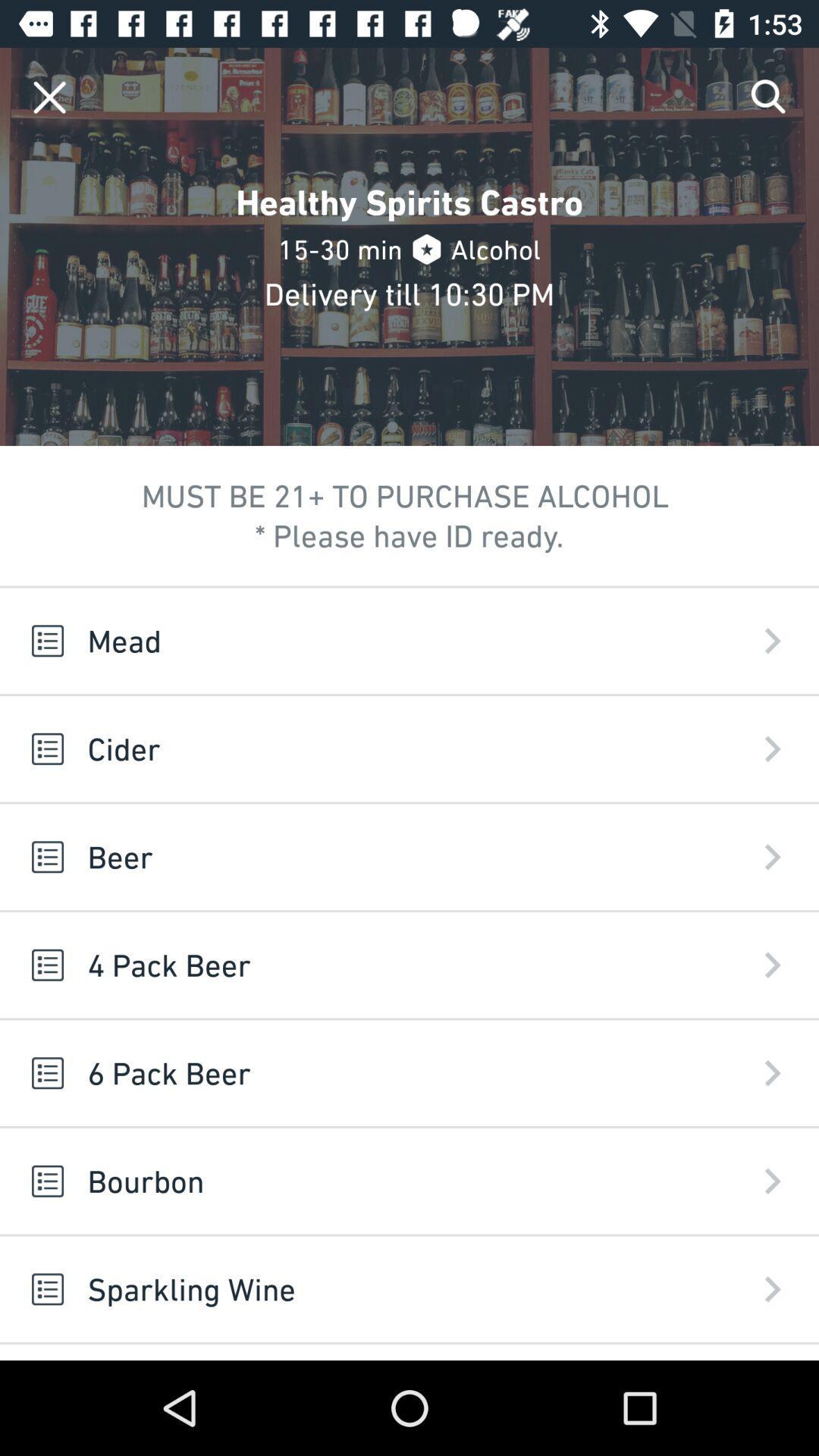  Describe the element at coordinates (49, 96) in the screenshot. I see `app above mead icon` at that location.